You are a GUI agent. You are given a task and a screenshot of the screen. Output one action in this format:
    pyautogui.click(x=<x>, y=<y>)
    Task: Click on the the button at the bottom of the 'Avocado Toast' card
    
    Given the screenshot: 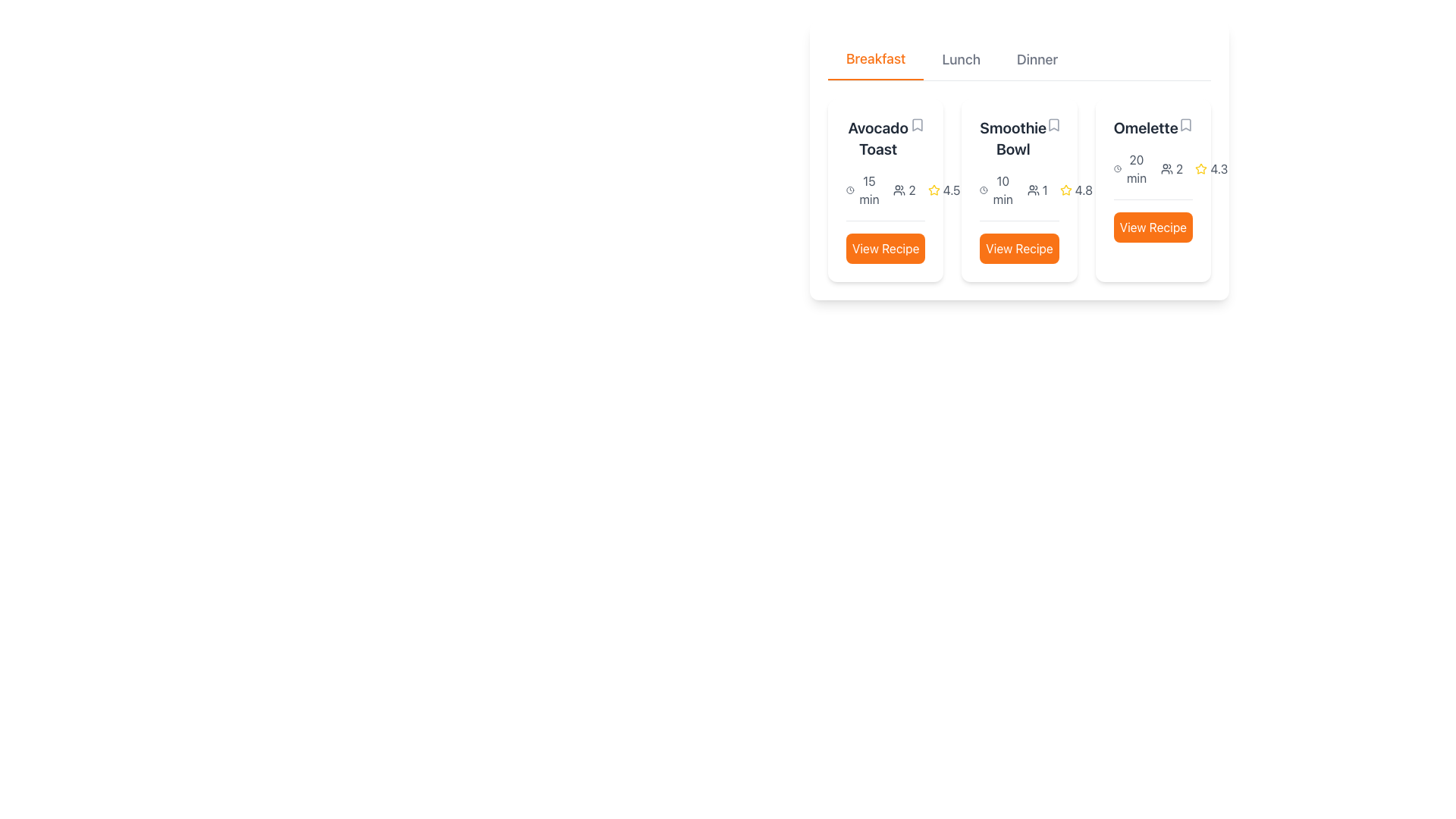 What is the action you would take?
    pyautogui.click(x=886, y=241)
    